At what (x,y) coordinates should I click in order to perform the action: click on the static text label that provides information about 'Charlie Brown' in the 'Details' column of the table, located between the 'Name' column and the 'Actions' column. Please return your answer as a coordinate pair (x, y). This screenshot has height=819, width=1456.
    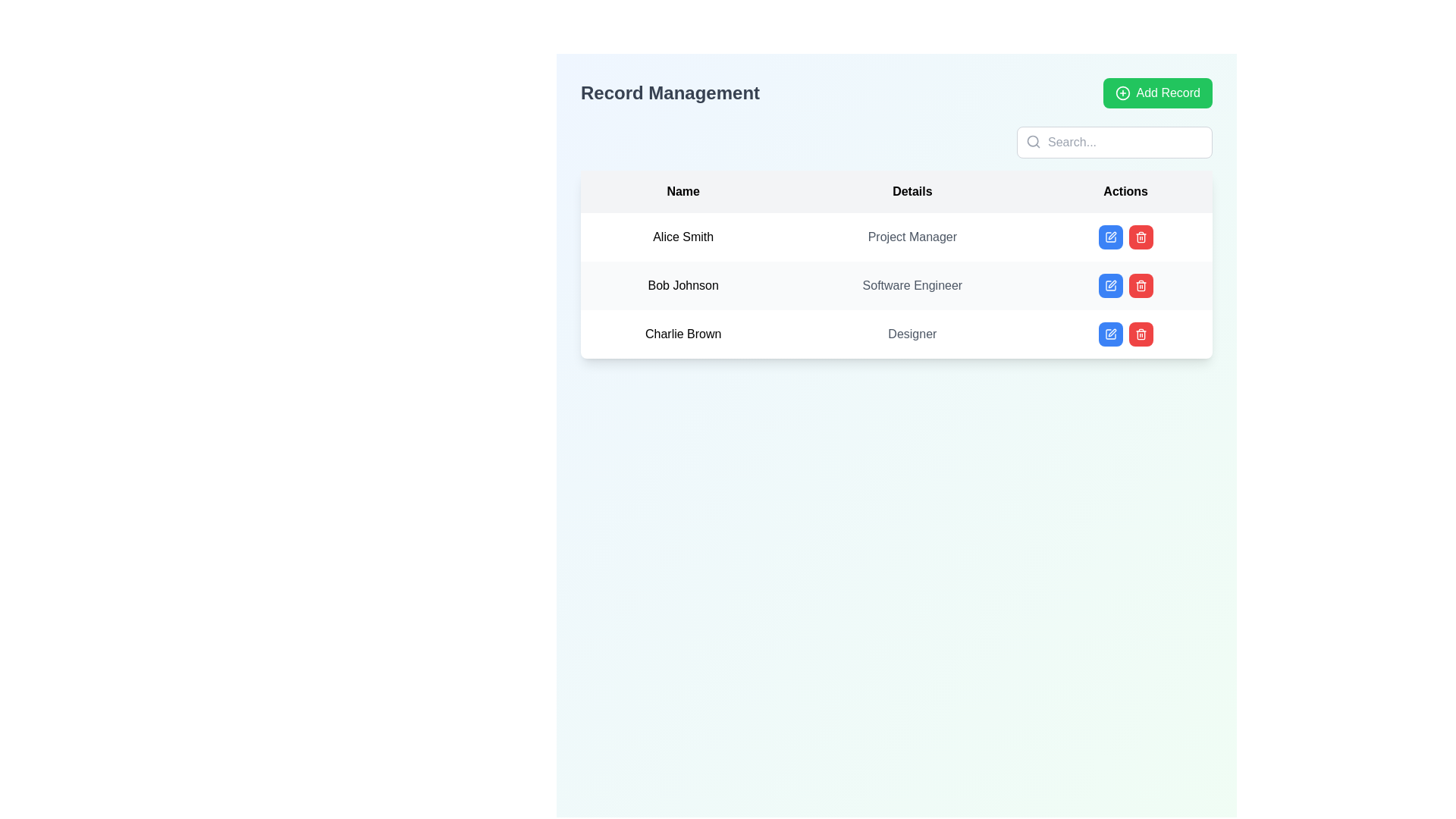
    Looking at the image, I should click on (912, 333).